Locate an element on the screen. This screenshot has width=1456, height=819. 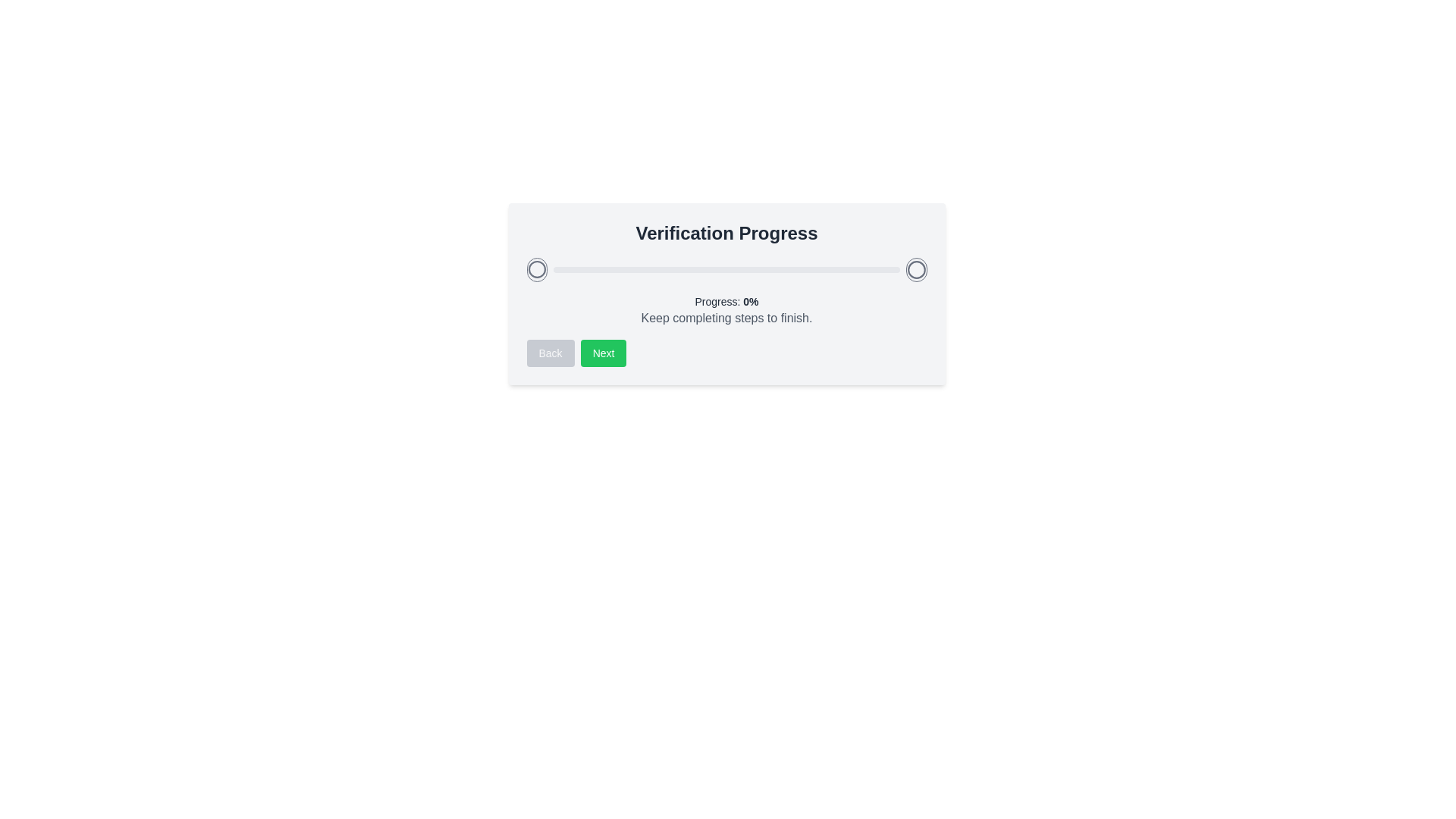
the leftmost button in a horizontal group of two buttons, located near the bottom-left corner of a panel is located at coordinates (550, 353).